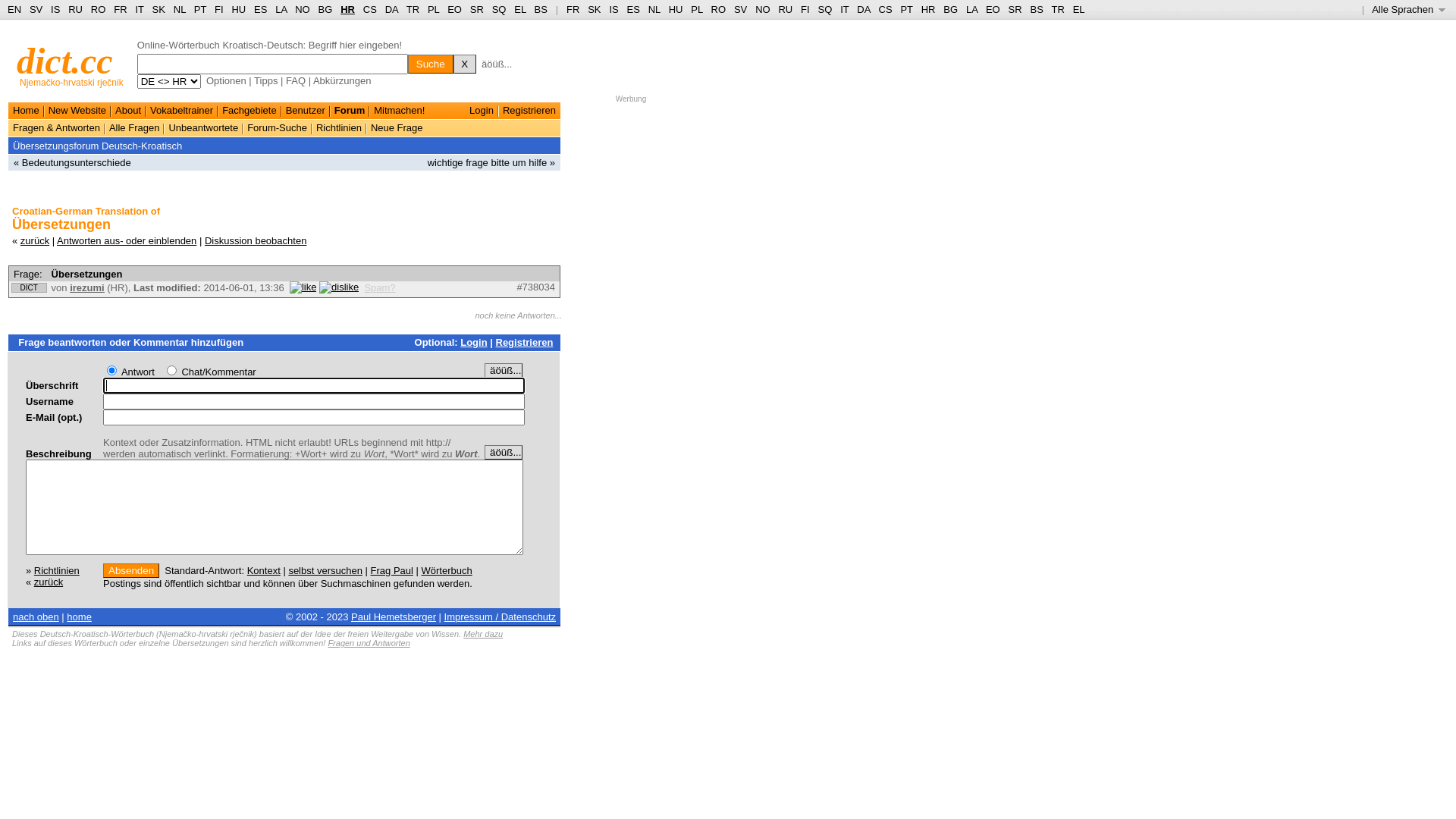  Describe the element at coordinates (432, 9) in the screenshot. I see `'PL'` at that location.